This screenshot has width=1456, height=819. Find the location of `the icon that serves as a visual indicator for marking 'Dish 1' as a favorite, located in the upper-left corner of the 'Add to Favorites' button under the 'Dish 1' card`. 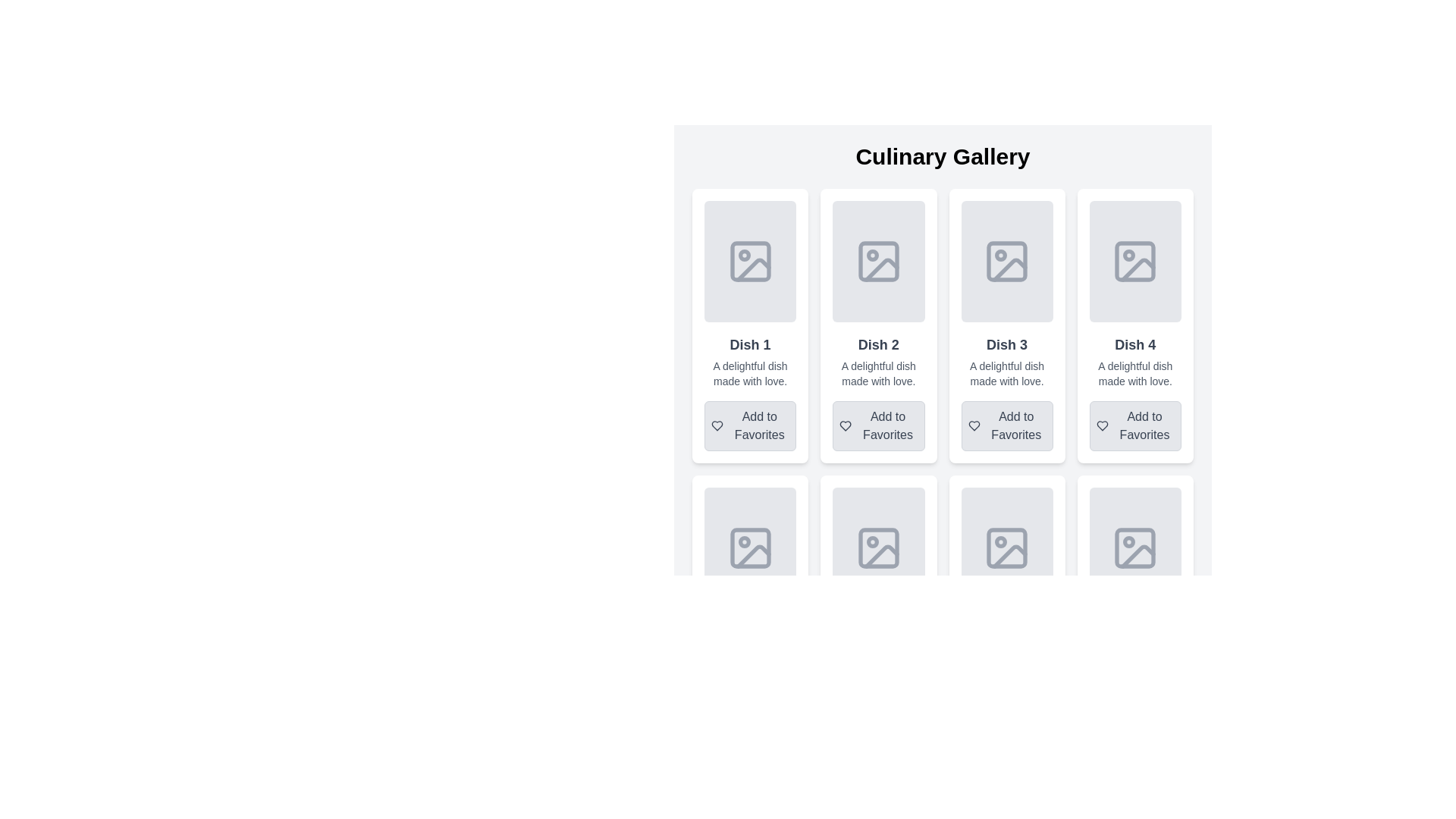

the icon that serves as a visual indicator for marking 'Dish 1' as a favorite, located in the upper-left corner of the 'Add to Favorites' button under the 'Dish 1' card is located at coordinates (717, 426).